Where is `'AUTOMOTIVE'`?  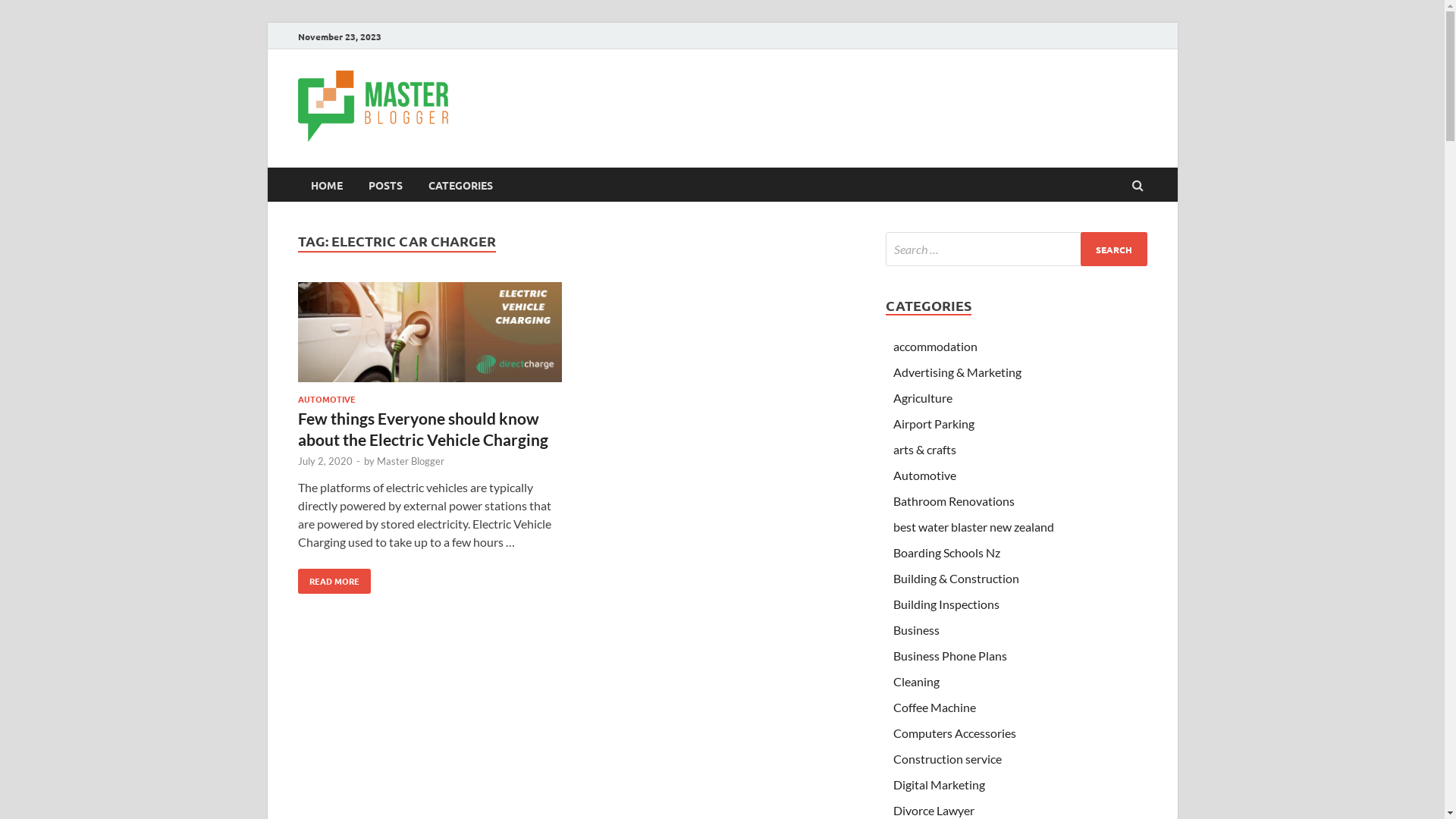 'AUTOMOTIVE' is located at coordinates (325, 397).